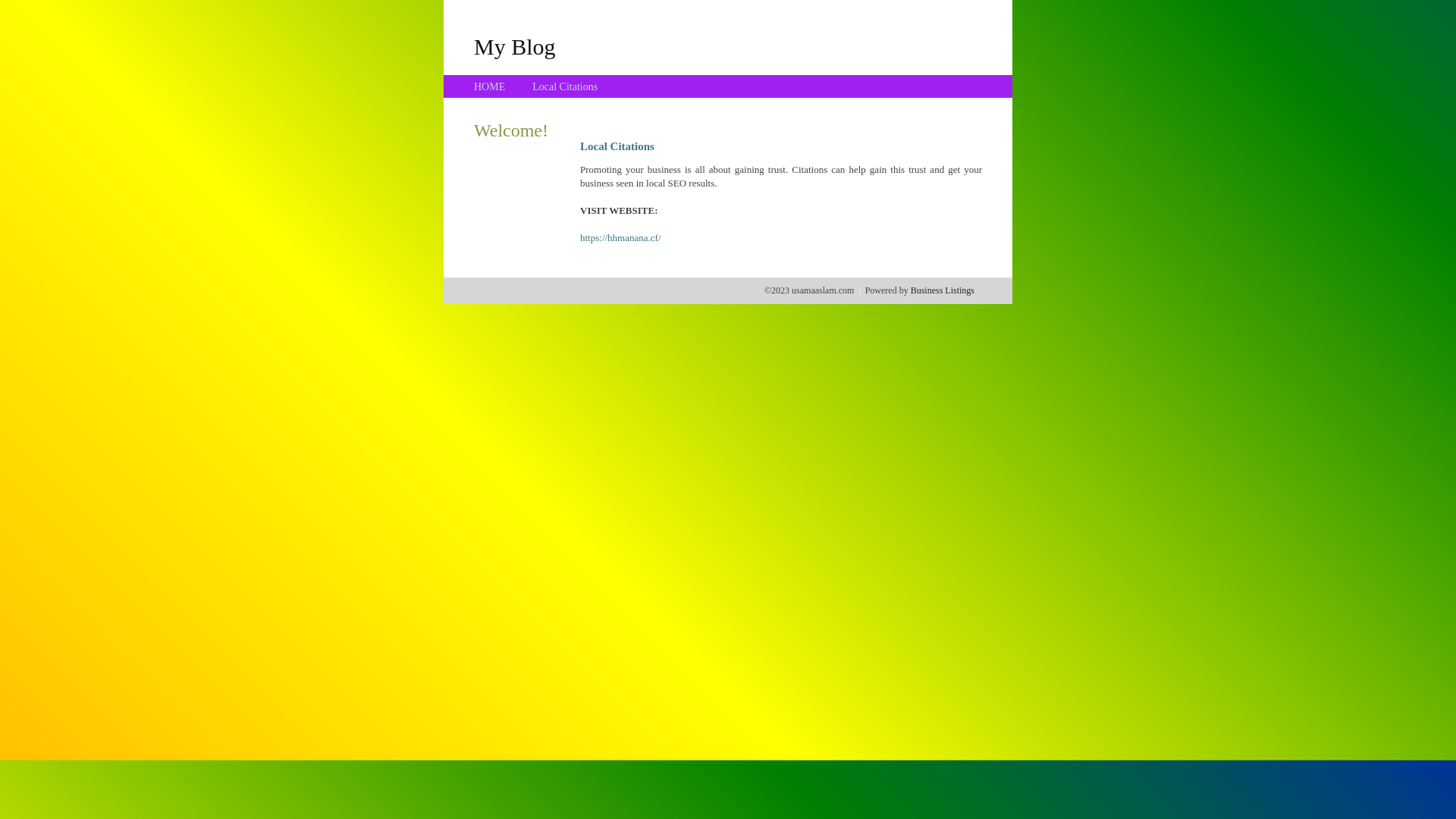  What do you see at coordinates (620, 237) in the screenshot?
I see `'https://hhmanana.cf/'` at bounding box center [620, 237].